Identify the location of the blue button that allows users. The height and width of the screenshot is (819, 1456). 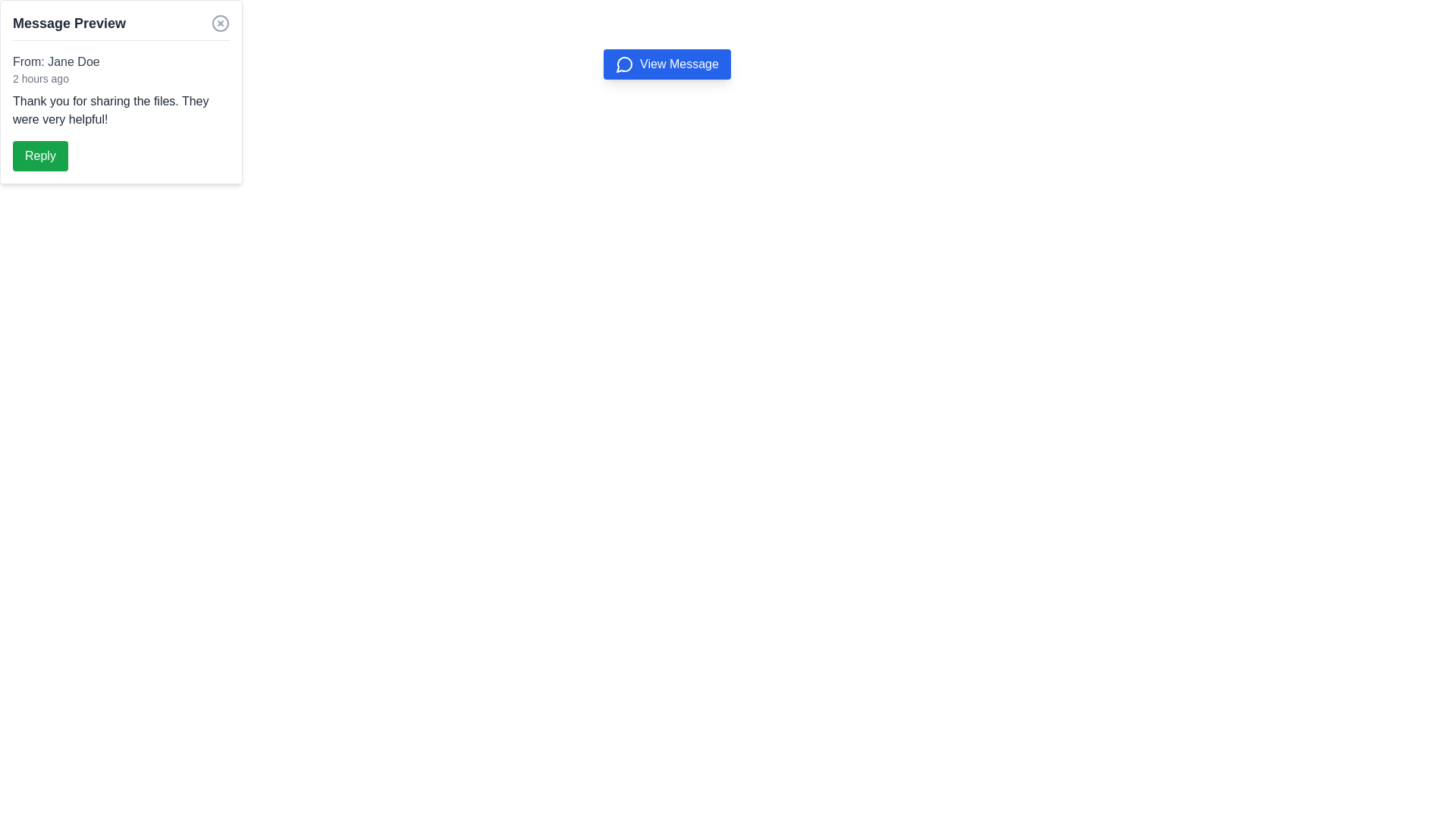
(667, 63).